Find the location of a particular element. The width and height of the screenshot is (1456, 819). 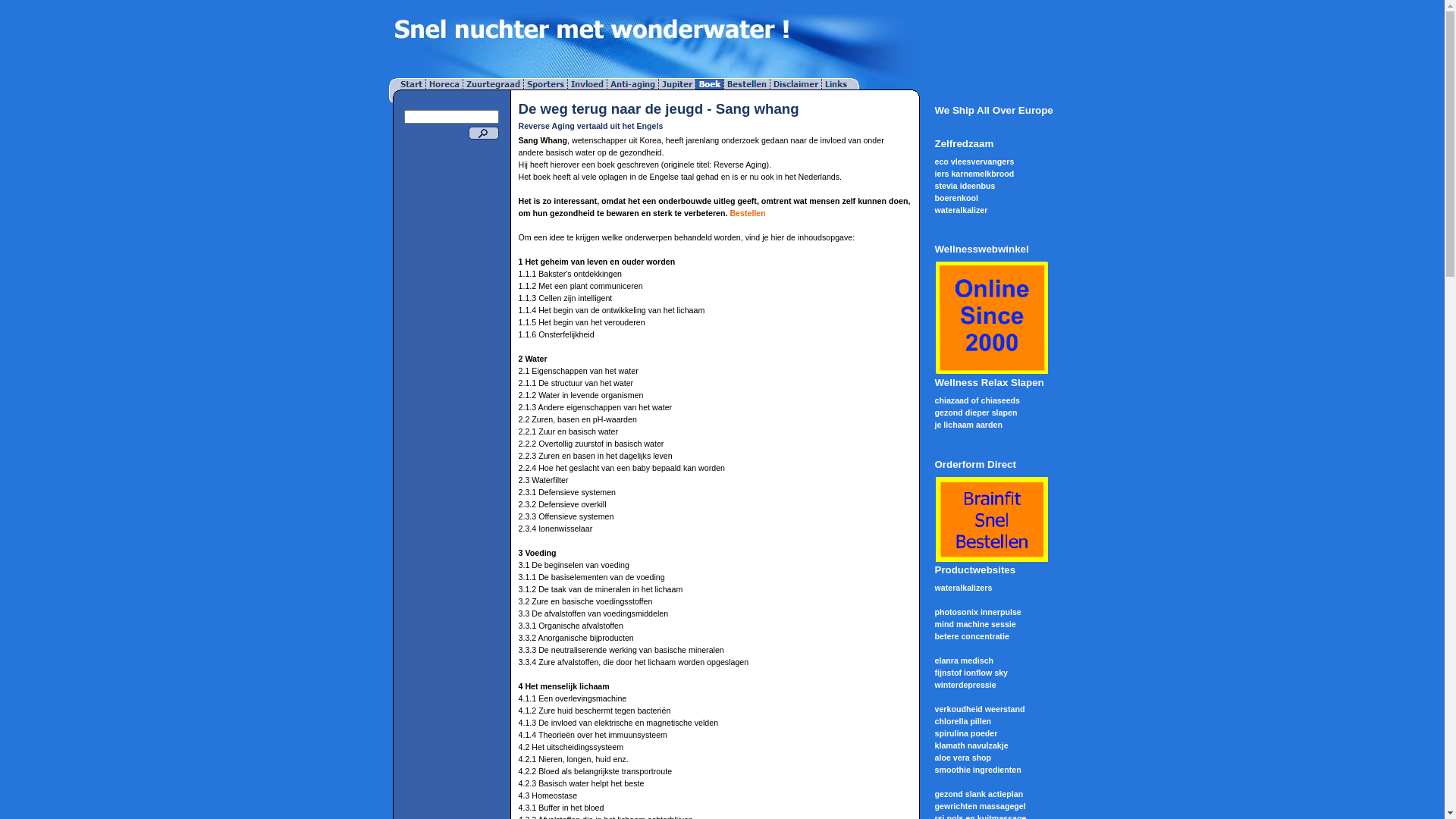

'spirulina poeder' is located at coordinates (965, 733).